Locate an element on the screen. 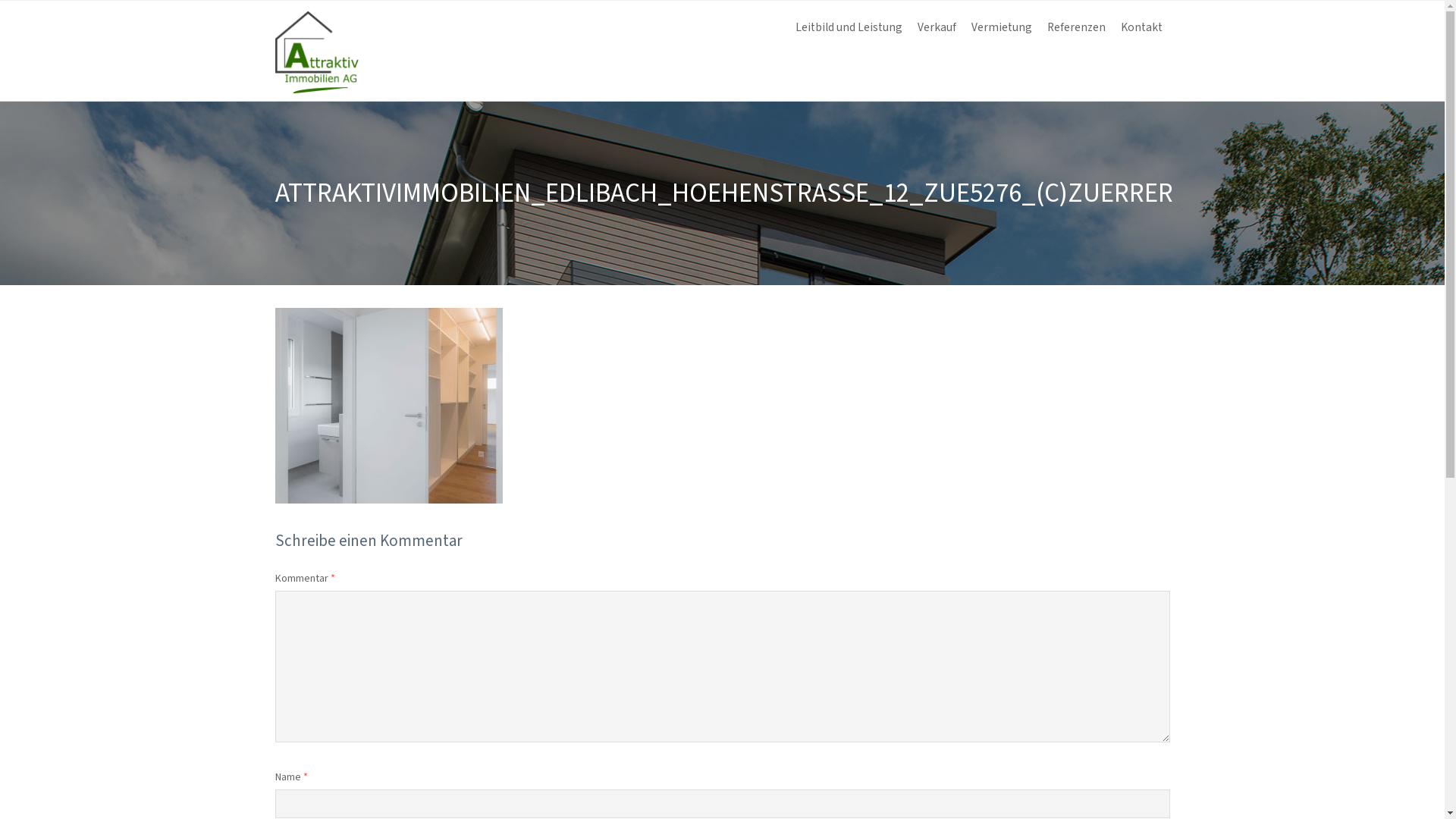 The image size is (1456, 819). 'Vermietung' is located at coordinates (1001, 28).